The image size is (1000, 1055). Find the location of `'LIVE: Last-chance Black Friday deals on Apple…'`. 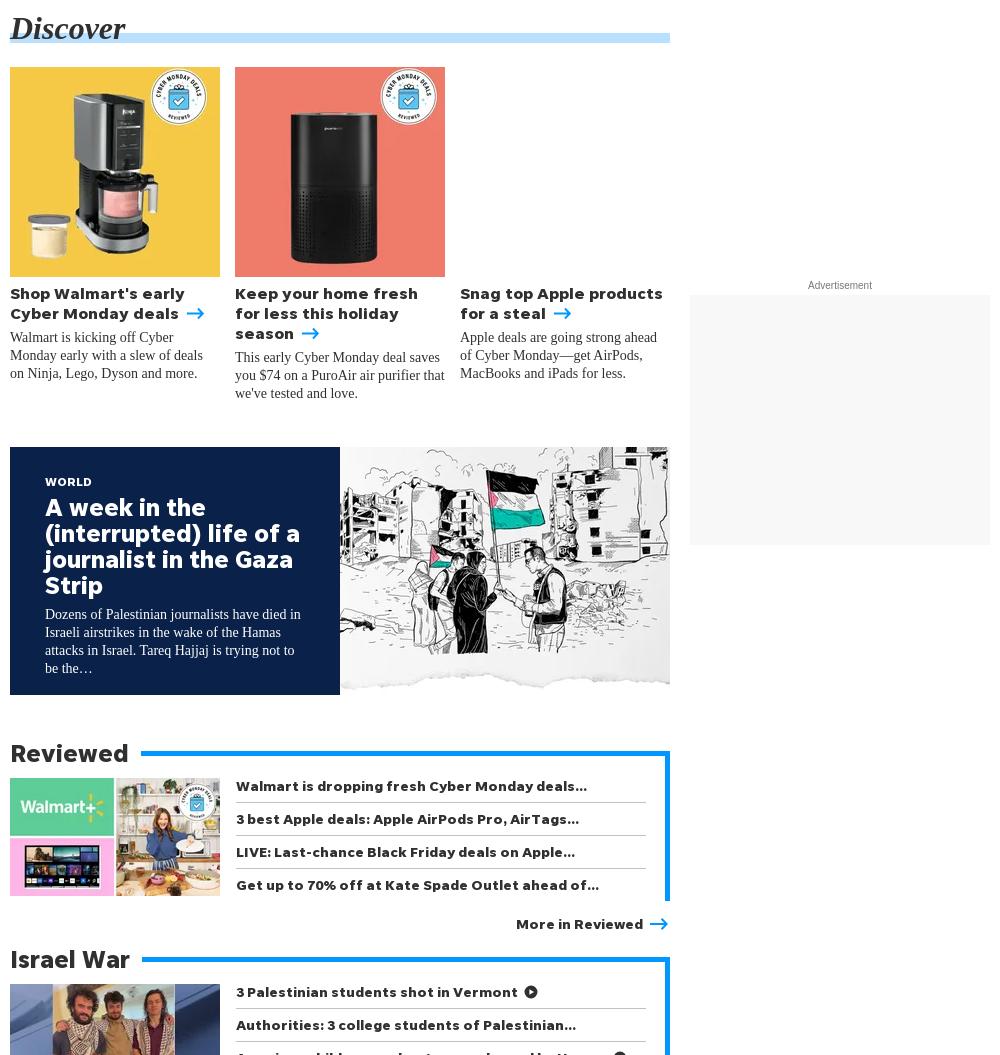

'LIVE: Last-chance Black Friday deals on Apple…' is located at coordinates (405, 851).